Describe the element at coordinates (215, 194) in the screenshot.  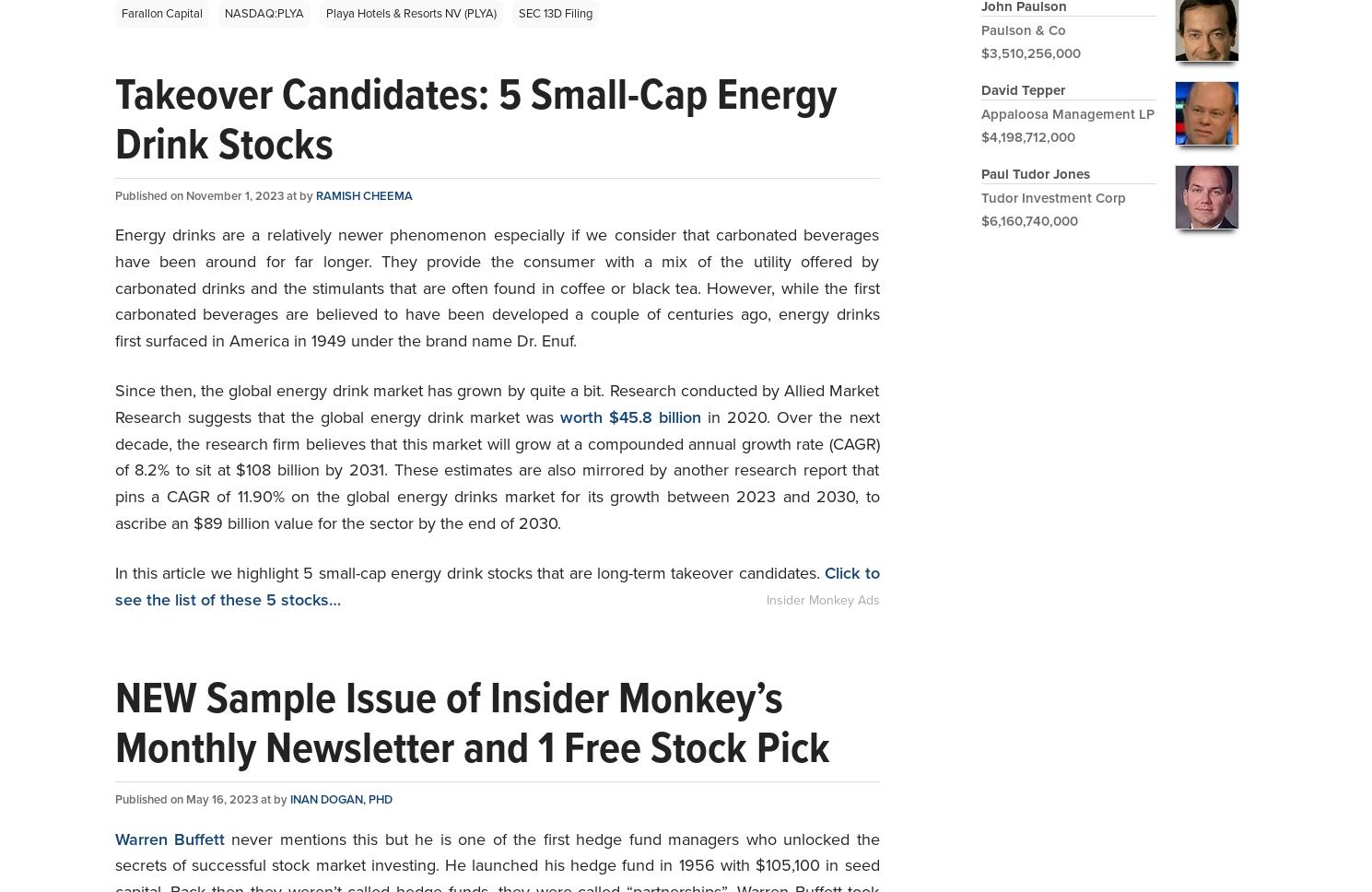
I see `'Published on November 1, 2023 at  by'` at that location.